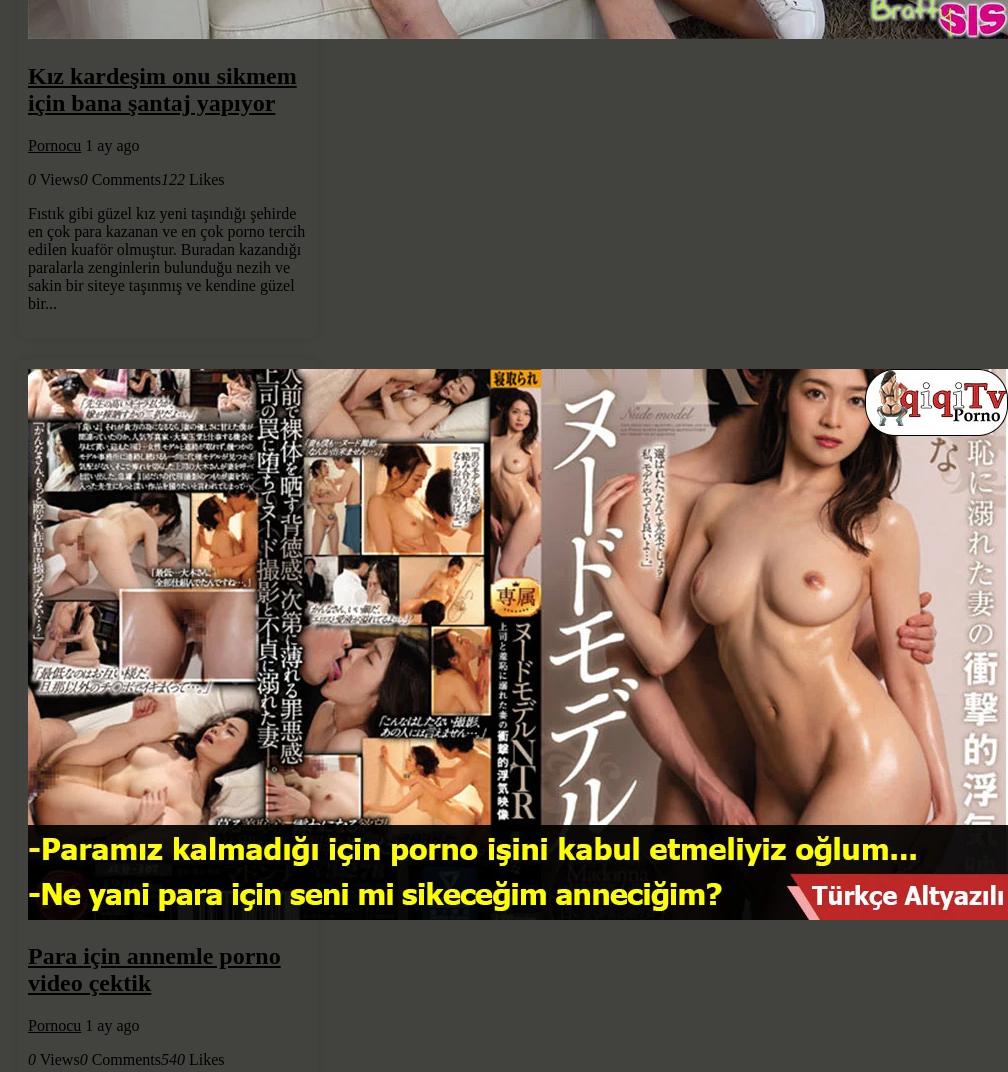 This screenshot has width=1008, height=1072. I want to click on 'Fıstık gibi güzel kız yeni taşındığı şehirde en çok para kazanan ve en çok porno tercih edilen kuaför olmuştur. Buradan kazandığı paralarla zenginlerin bulunduğu nezih ve sakin bir siteye taşınmış ve kendine güzel bir...', so click(166, 257).